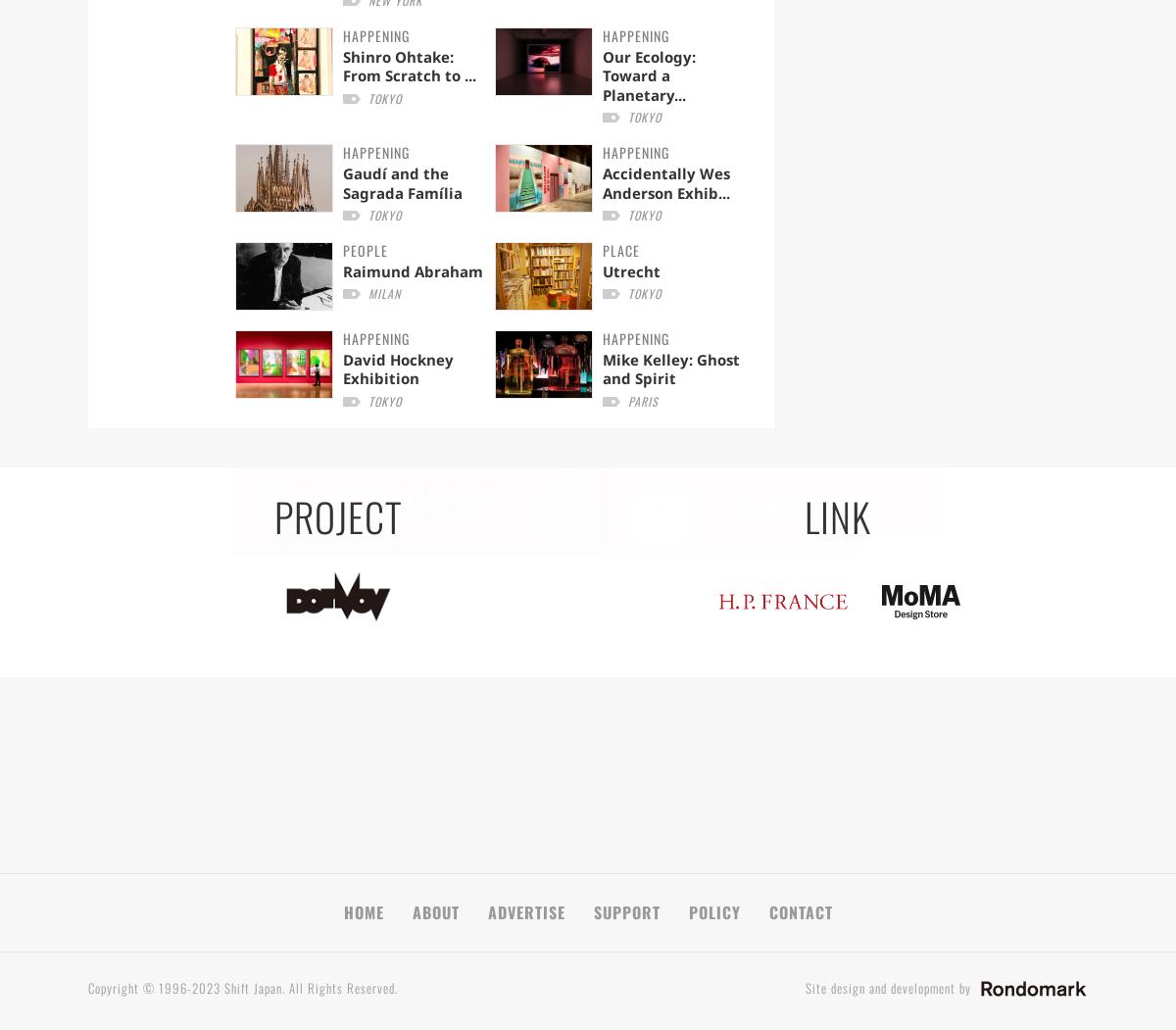  Describe the element at coordinates (688, 911) in the screenshot. I see `'POLICY'` at that location.